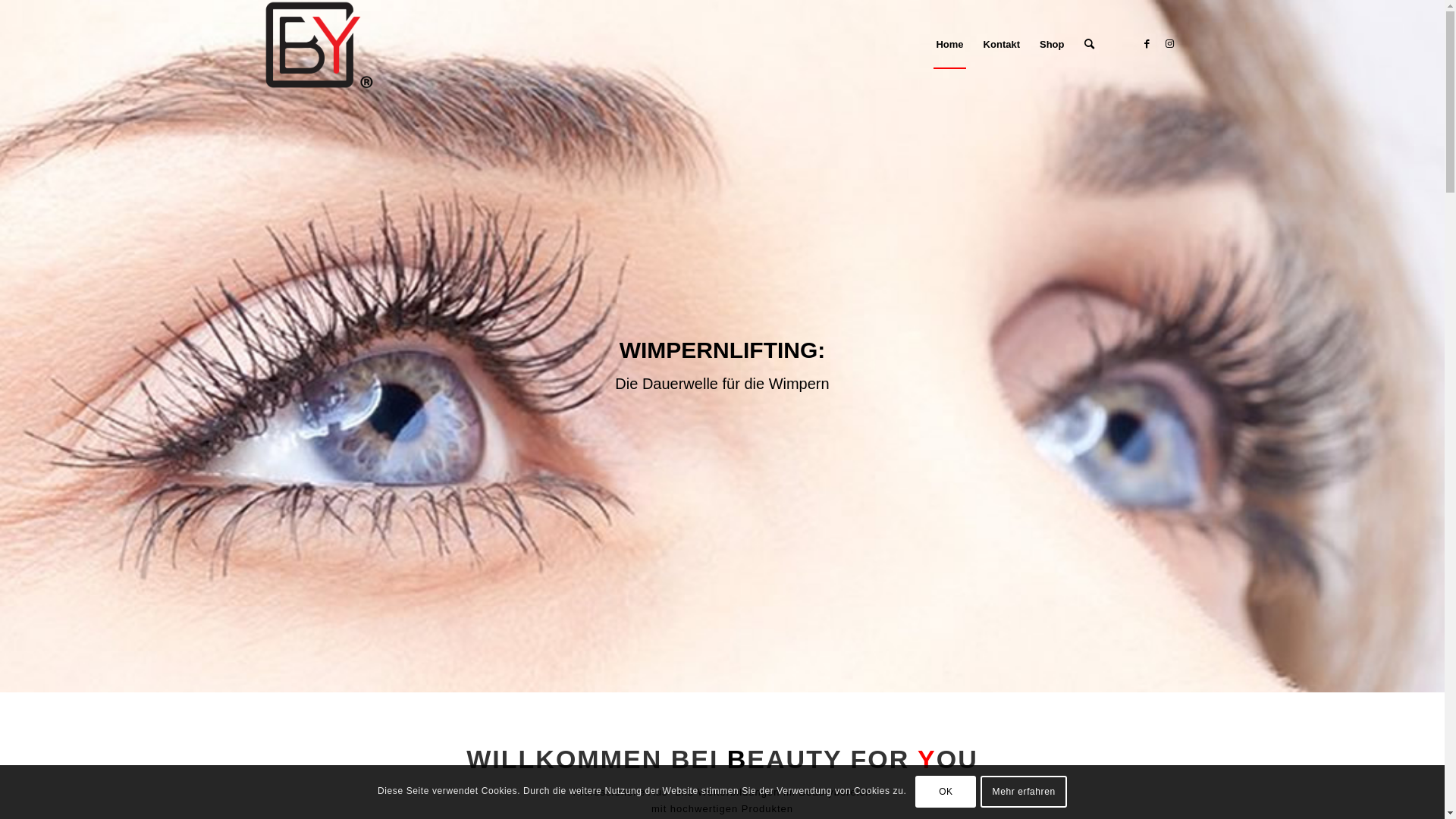  Describe the element at coordinates (1023, 791) in the screenshot. I see `'Mehr erfahren'` at that location.